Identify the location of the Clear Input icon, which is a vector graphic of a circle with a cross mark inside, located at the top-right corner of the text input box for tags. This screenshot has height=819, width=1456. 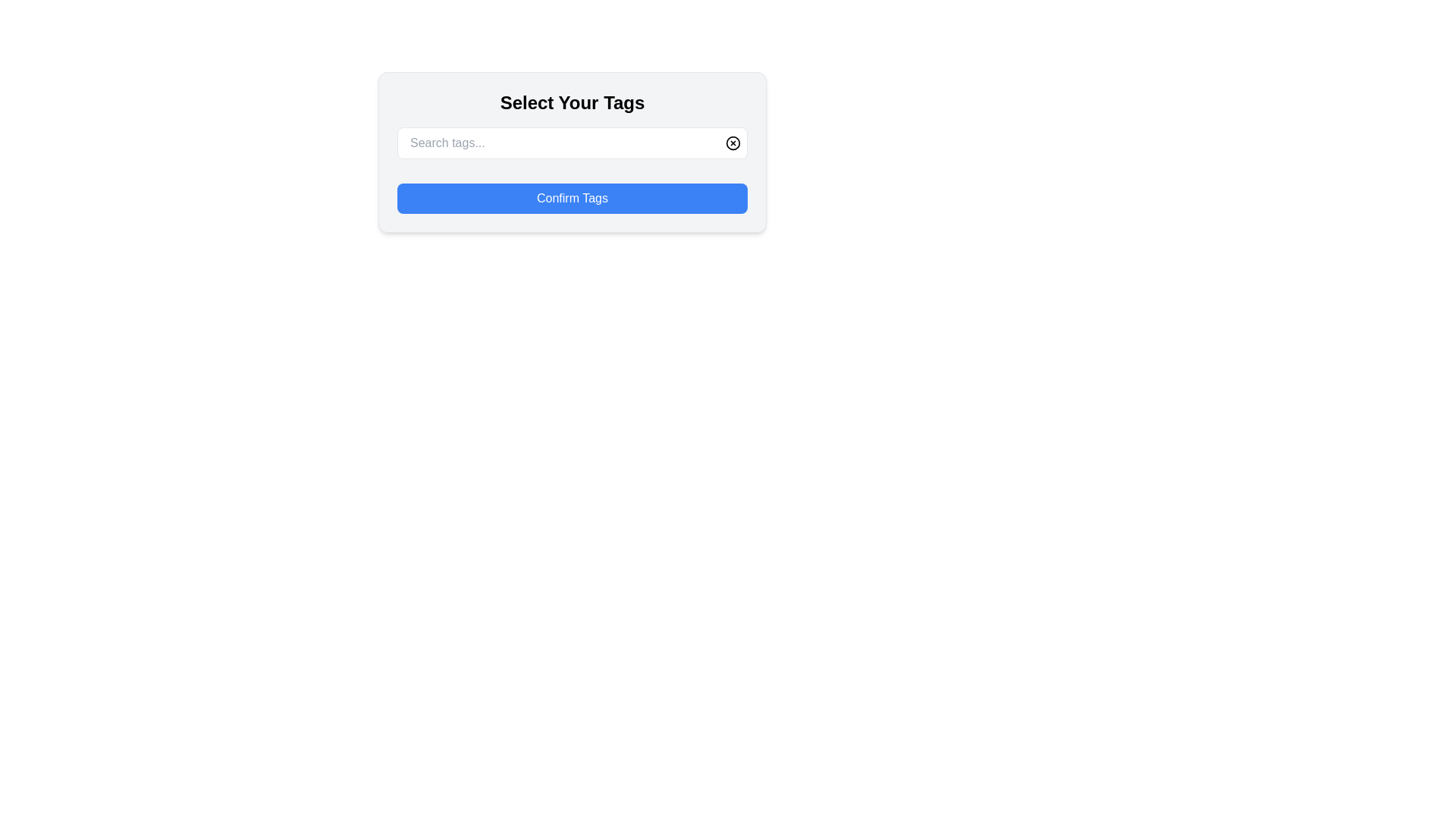
(733, 143).